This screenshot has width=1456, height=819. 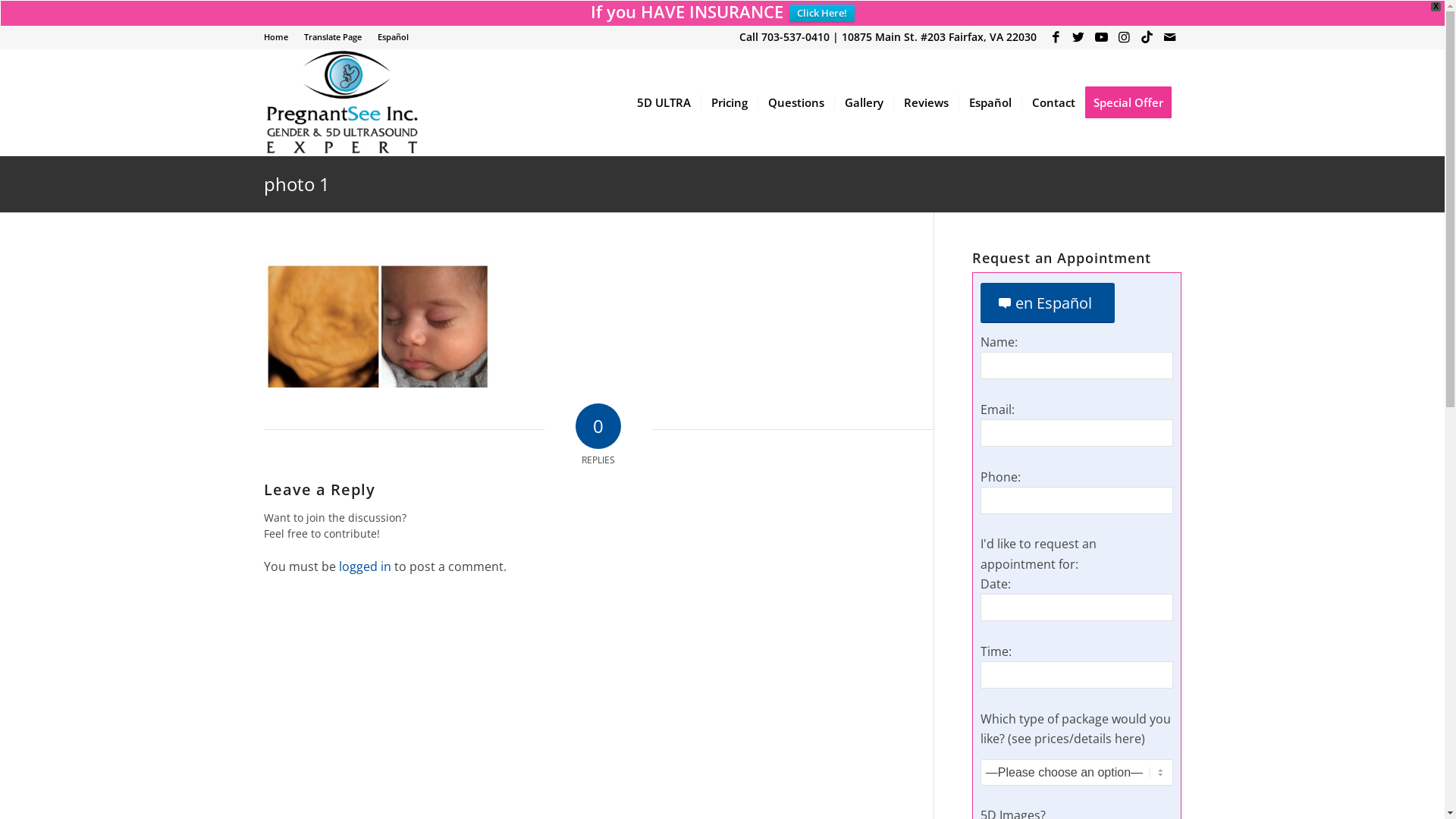 What do you see at coordinates (729, 102) in the screenshot?
I see `'Pricing'` at bounding box center [729, 102].